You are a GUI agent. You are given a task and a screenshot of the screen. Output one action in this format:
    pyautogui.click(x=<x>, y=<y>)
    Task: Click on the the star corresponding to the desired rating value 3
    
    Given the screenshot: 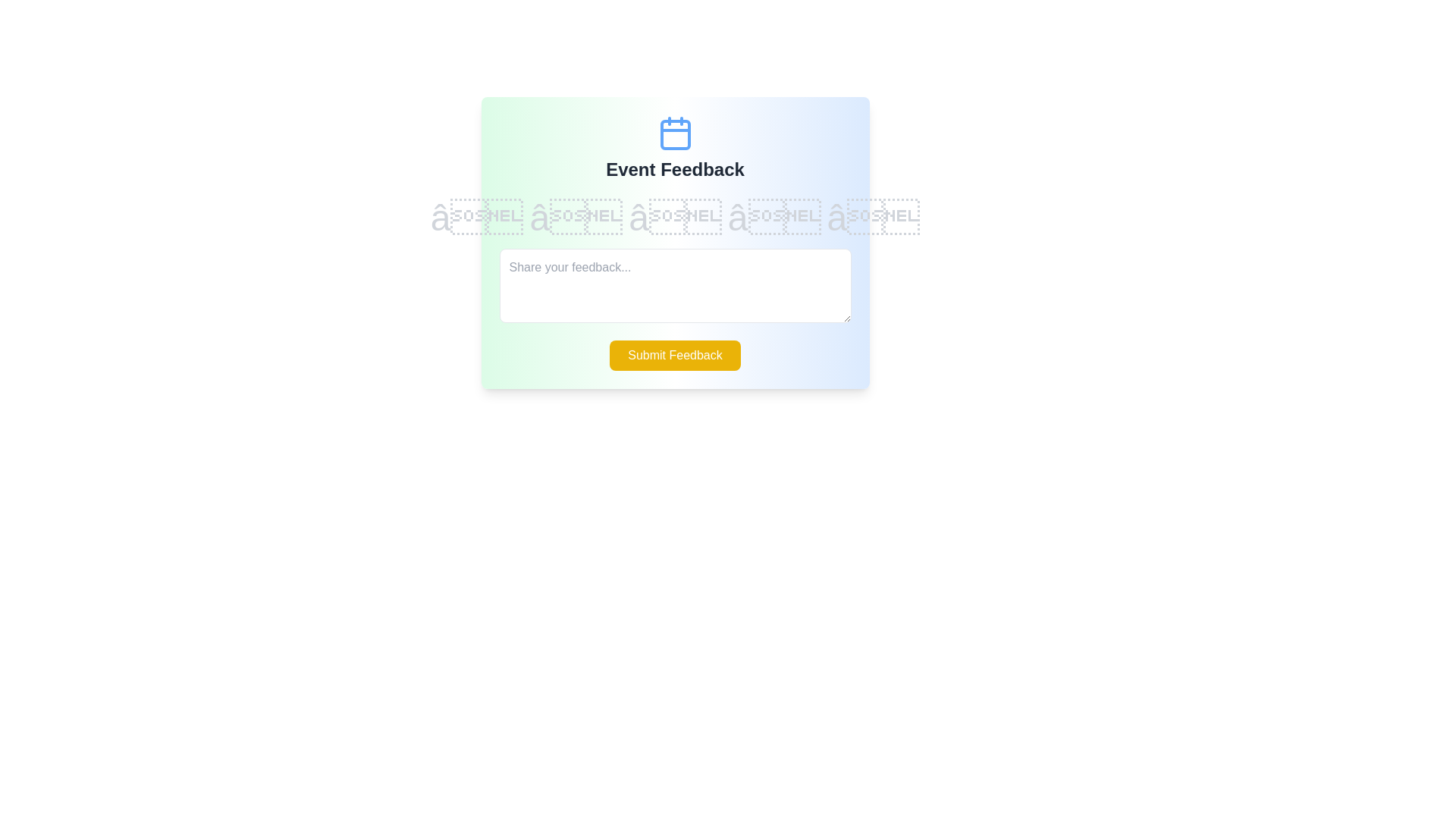 What is the action you would take?
    pyautogui.click(x=674, y=218)
    